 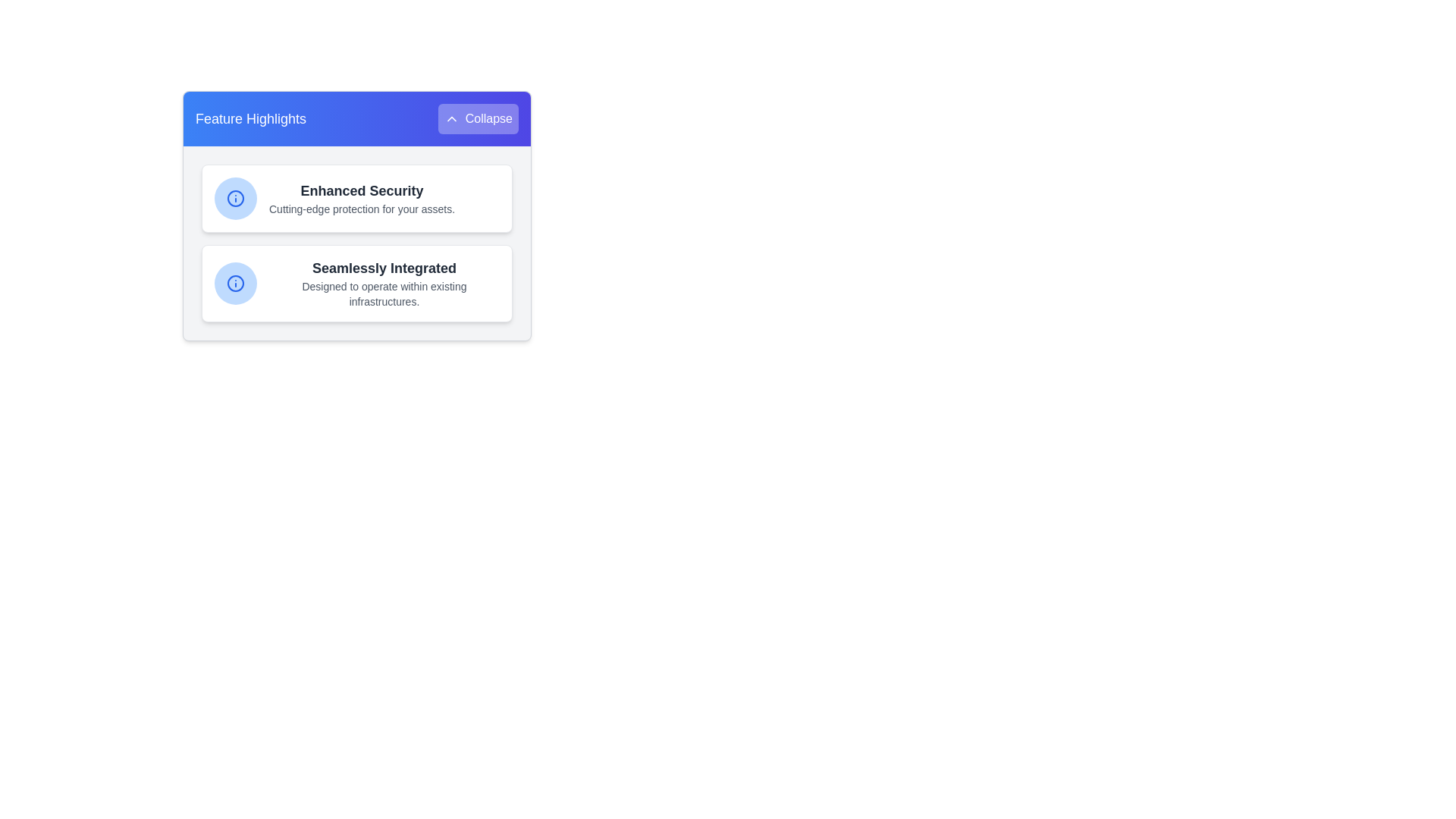 What do you see at coordinates (251, 118) in the screenshot?
I see `the informational Text Label located in the blue-gradient top section of a card-like component, which serves as a title heading and is positioned to the far left` at bounding box center [251, 118].